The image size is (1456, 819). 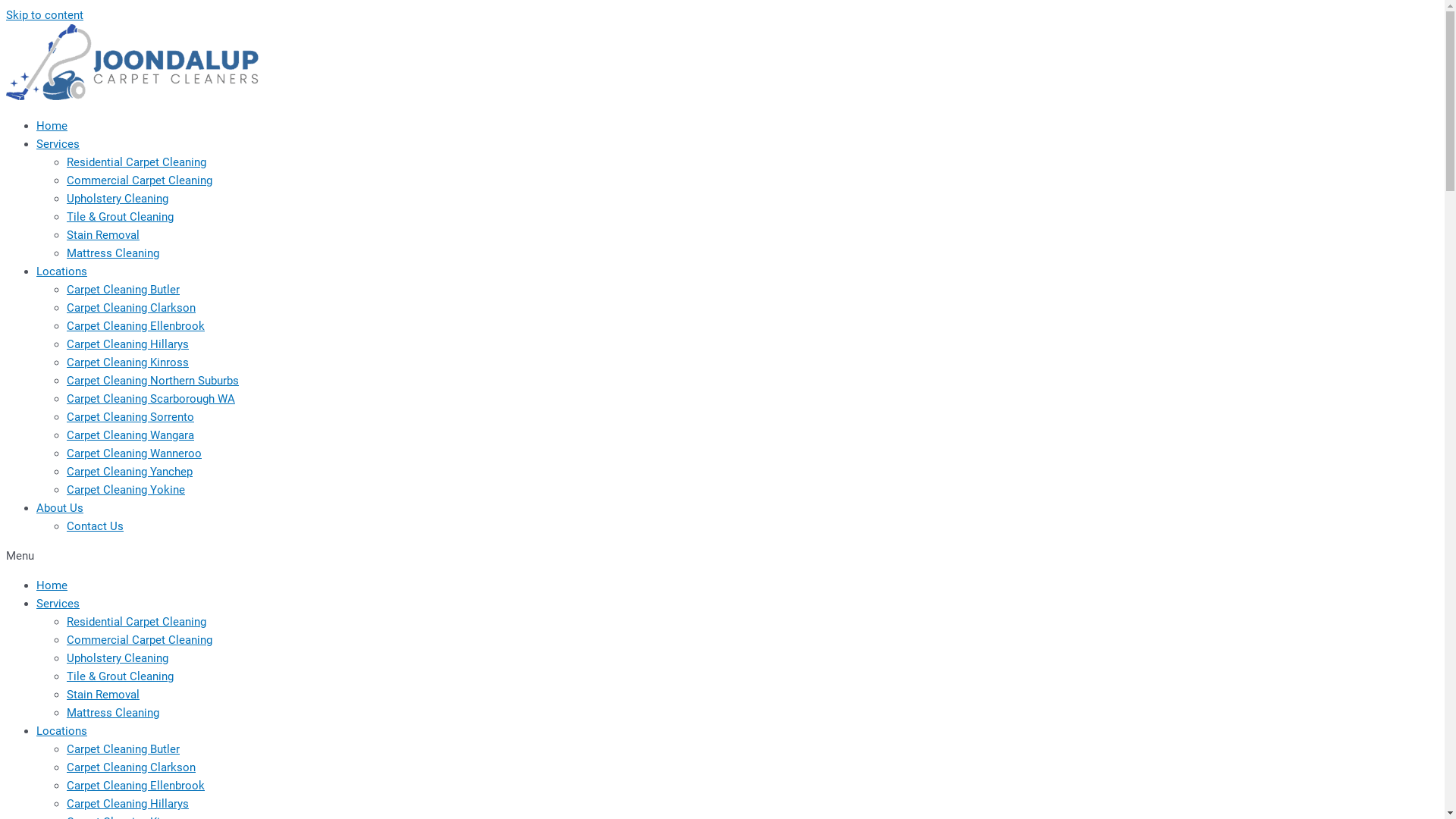 I want to click on 'Carpet Cleaning Butler', so click(x=123, y=748).